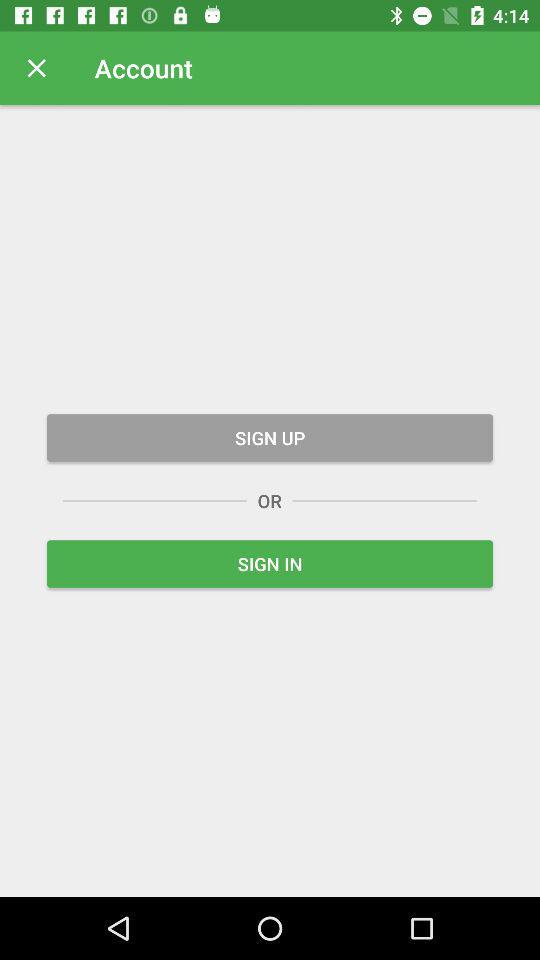 The height and width of the screenshot is (960, 540). I want to click on the sign in item, so click(270, 564).